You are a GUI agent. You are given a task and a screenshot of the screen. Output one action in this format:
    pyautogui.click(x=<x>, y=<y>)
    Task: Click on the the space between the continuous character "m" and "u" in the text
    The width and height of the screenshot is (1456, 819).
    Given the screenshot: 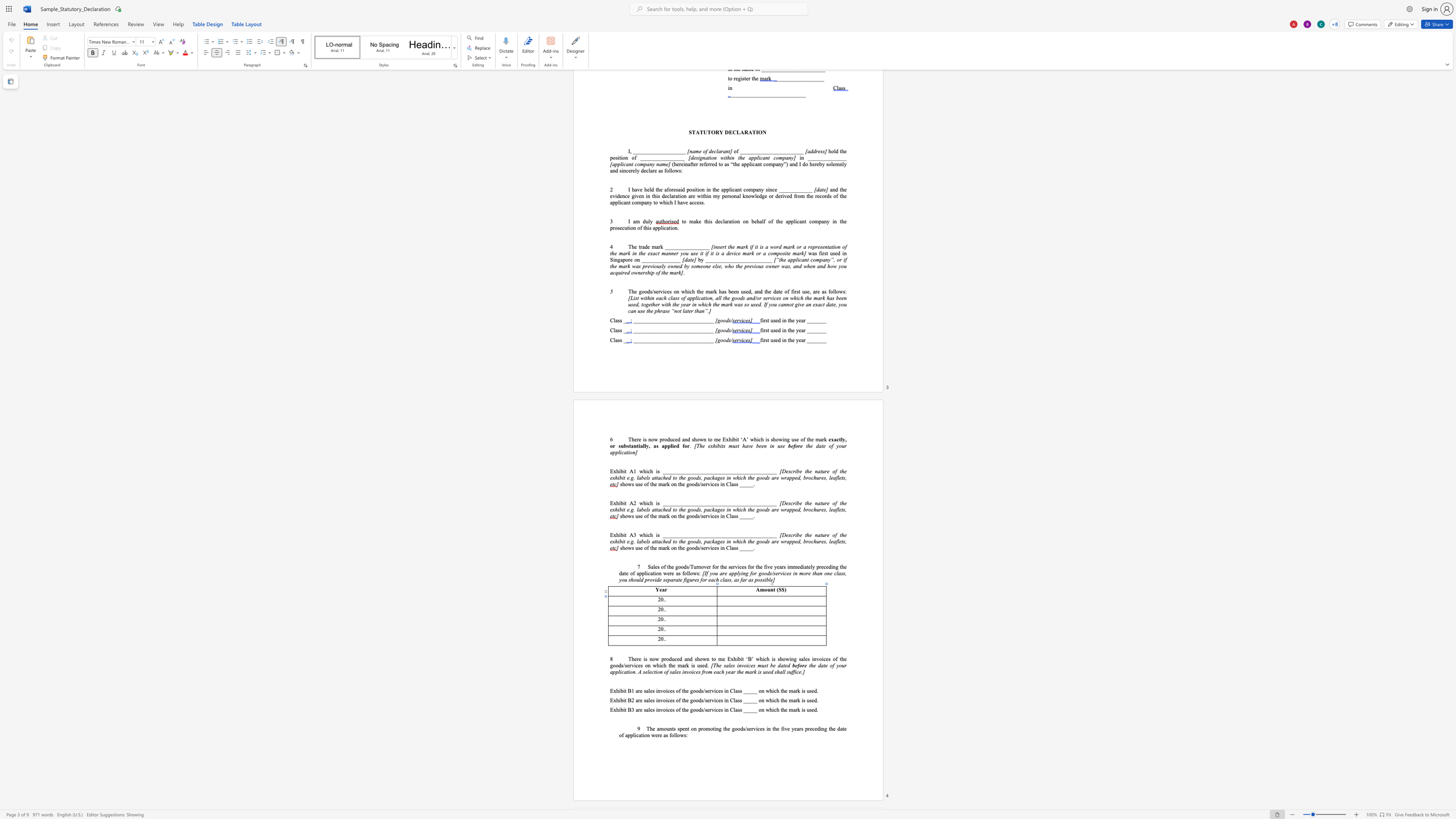 What is the action you would take?
    pyautogui.click(x=760, y=665)
    